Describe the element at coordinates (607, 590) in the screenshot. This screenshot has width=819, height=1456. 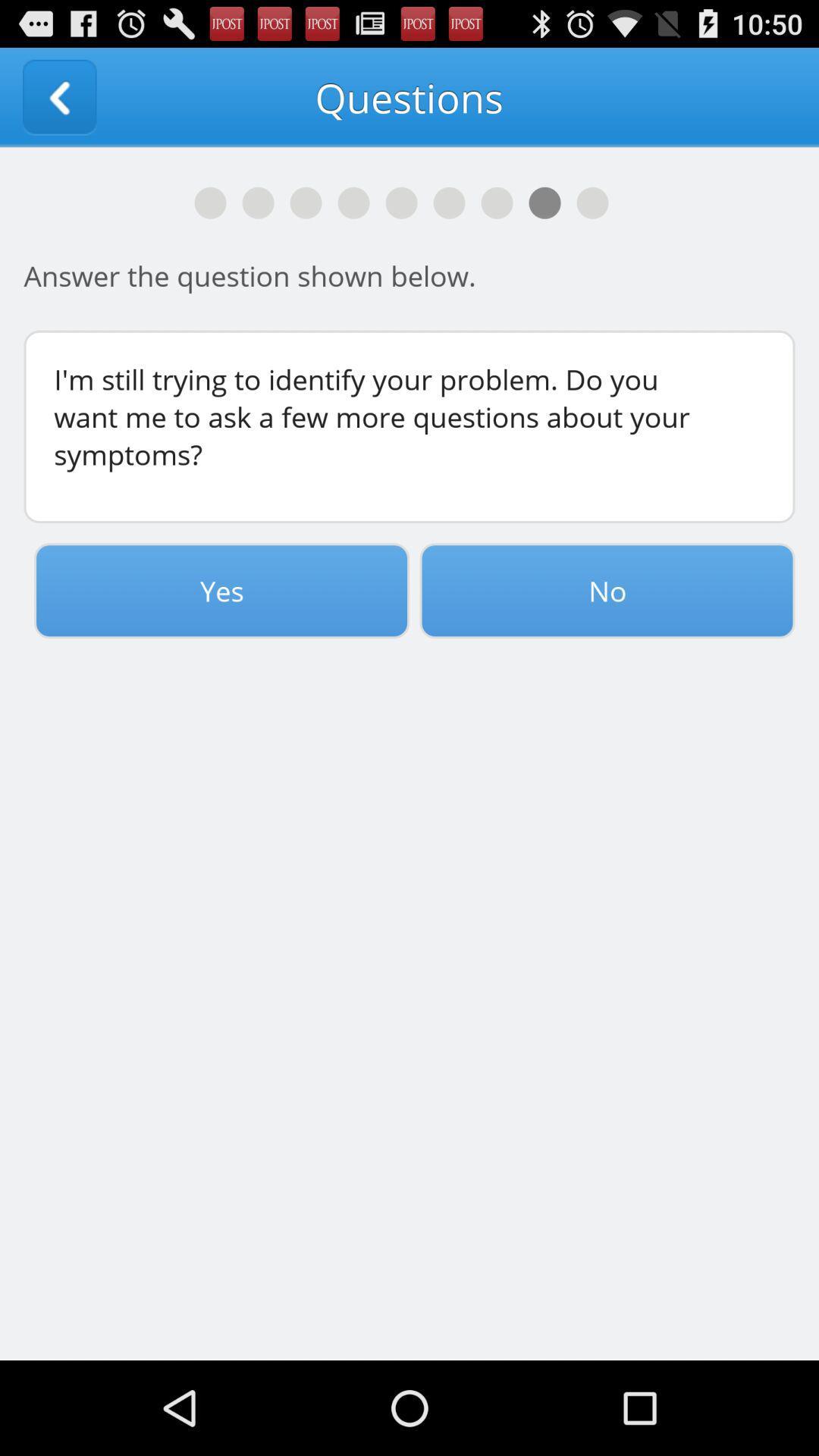
I see `the icon on the right` at that location.